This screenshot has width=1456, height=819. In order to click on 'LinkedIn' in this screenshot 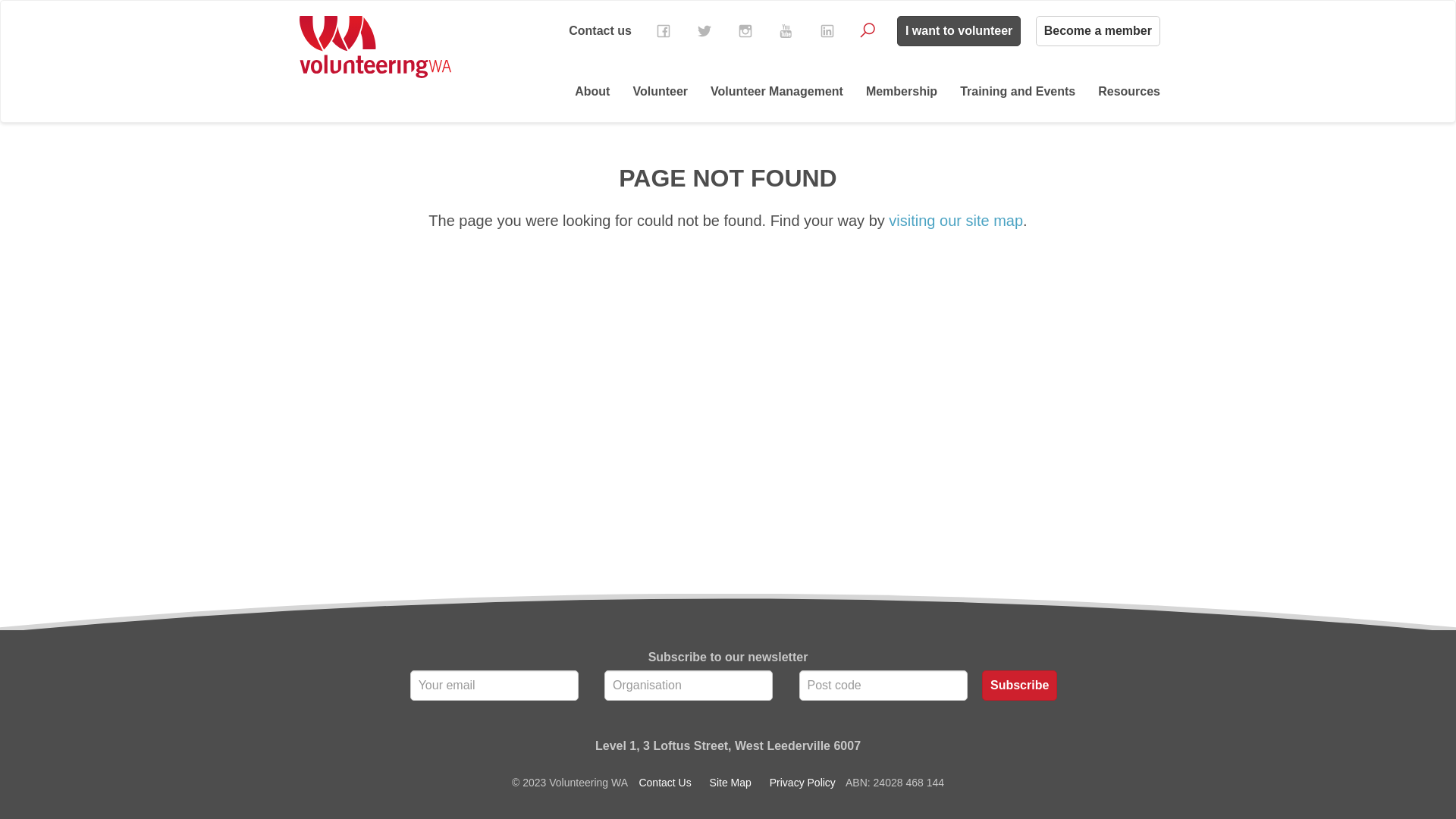, I will do `click(826, 31)`.